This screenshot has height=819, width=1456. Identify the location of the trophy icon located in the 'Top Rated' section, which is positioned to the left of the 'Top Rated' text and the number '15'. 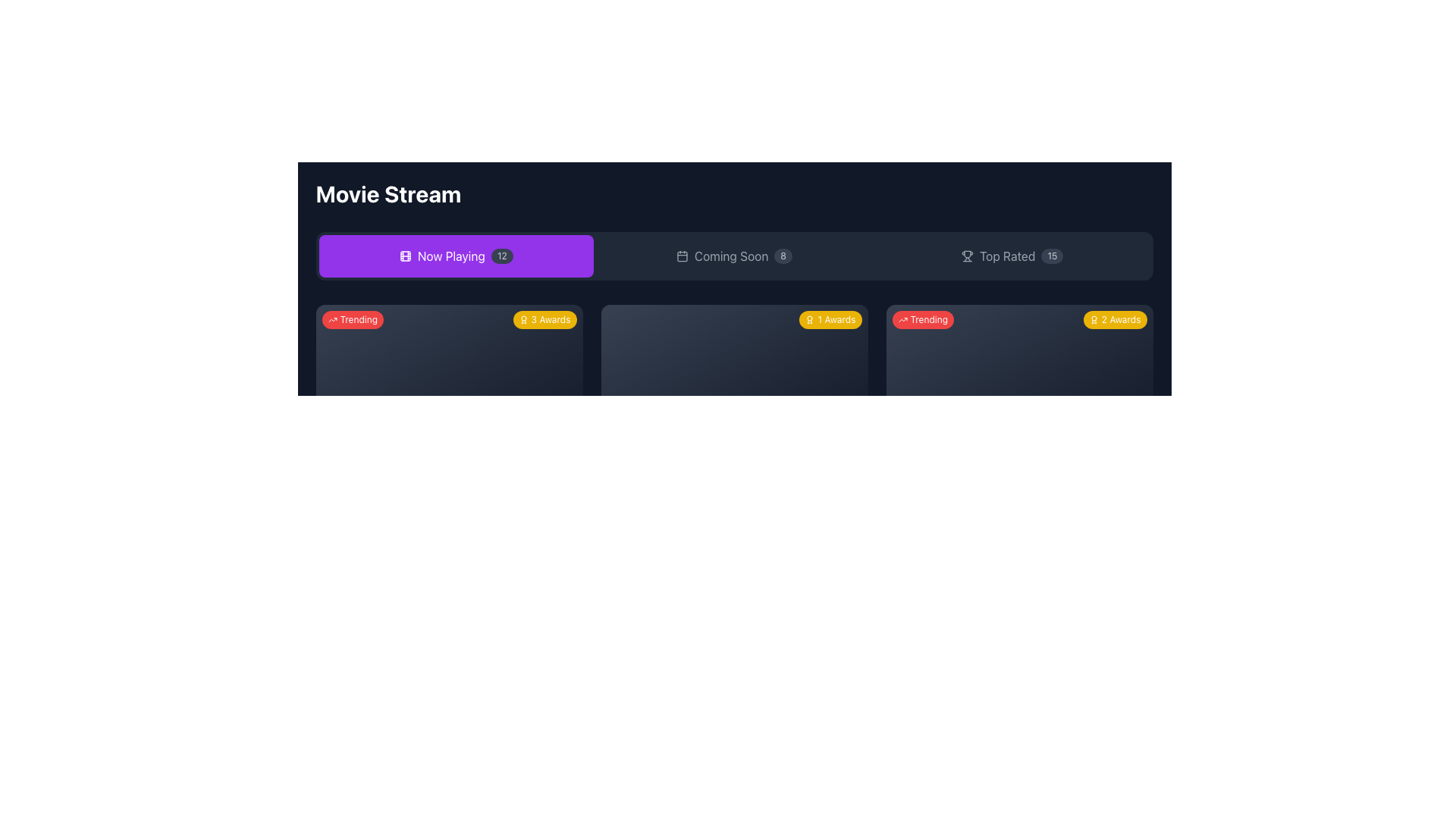
(967, 256).